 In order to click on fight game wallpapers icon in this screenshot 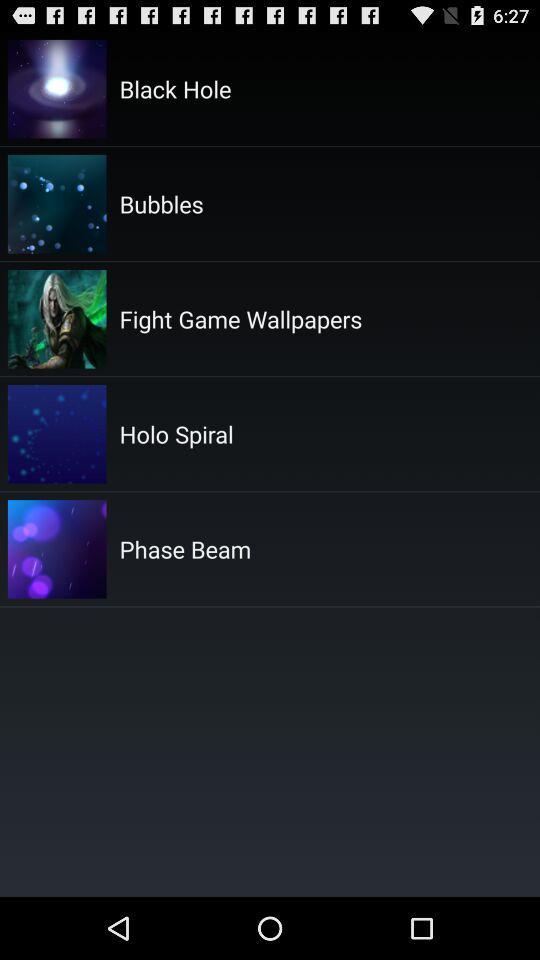, I will do `click(240, 318)`.